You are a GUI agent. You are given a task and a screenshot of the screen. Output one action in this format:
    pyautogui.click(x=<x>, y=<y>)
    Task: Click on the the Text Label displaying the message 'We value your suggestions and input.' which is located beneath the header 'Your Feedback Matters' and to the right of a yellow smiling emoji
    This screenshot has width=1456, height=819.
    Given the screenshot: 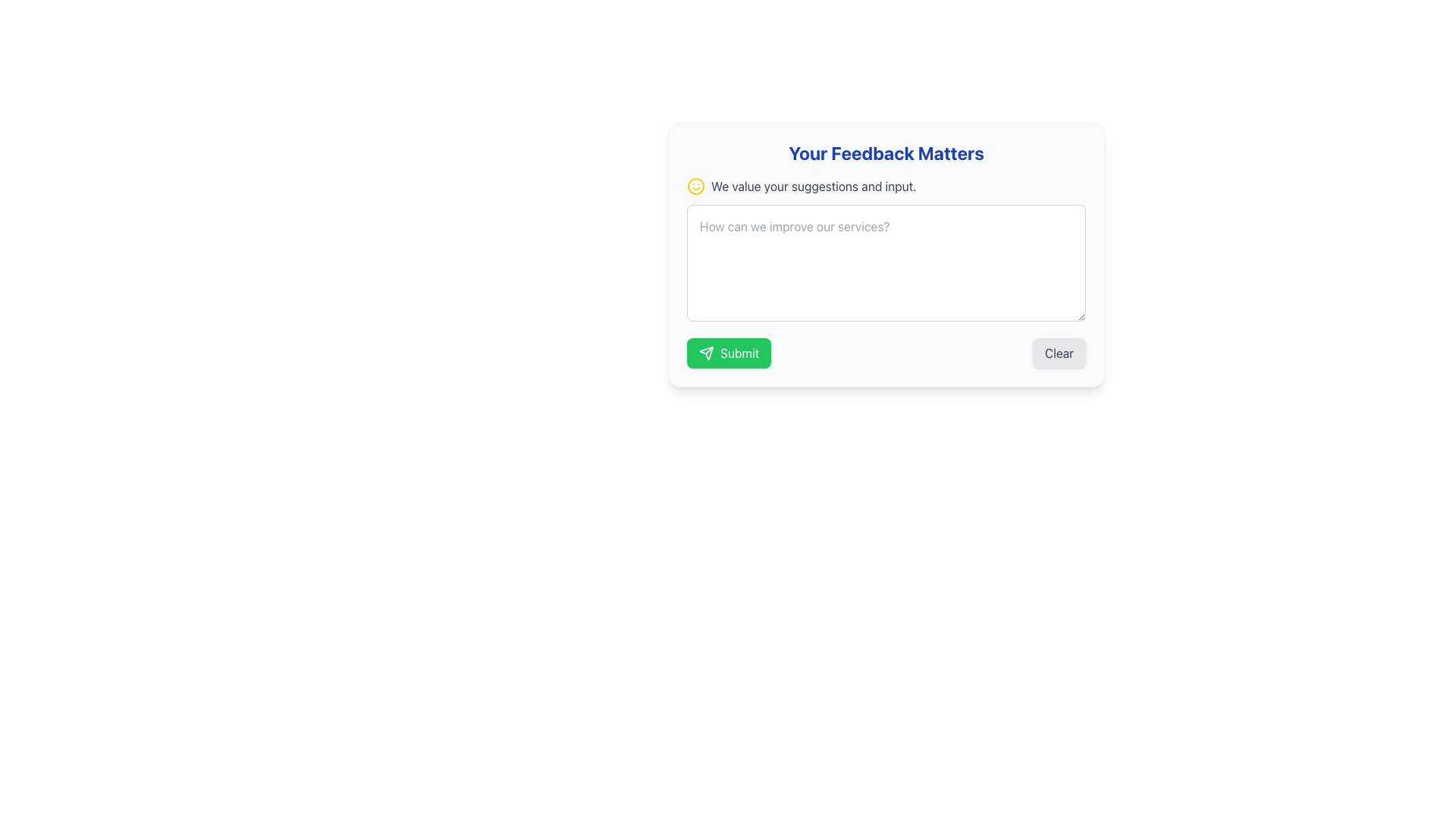 What is the action you would take?
    pyautogui.click(x=813, y=186)
    